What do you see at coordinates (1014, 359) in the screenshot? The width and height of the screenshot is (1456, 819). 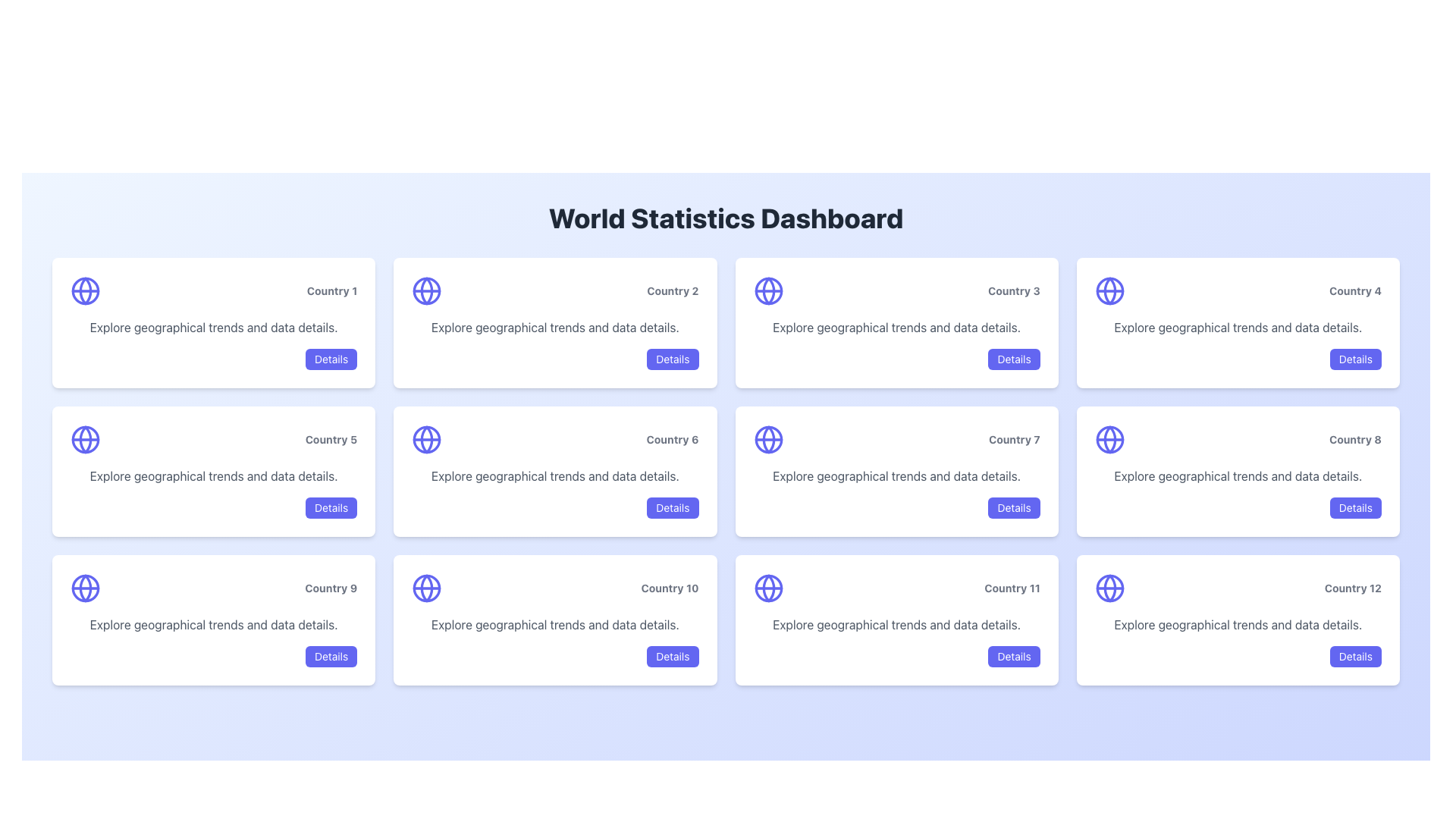 I see `the button located at the bottom right corner of the card labeled 'Country 3', which is the second card in the second row of a grid layout` at bounding box center [1014, 359].